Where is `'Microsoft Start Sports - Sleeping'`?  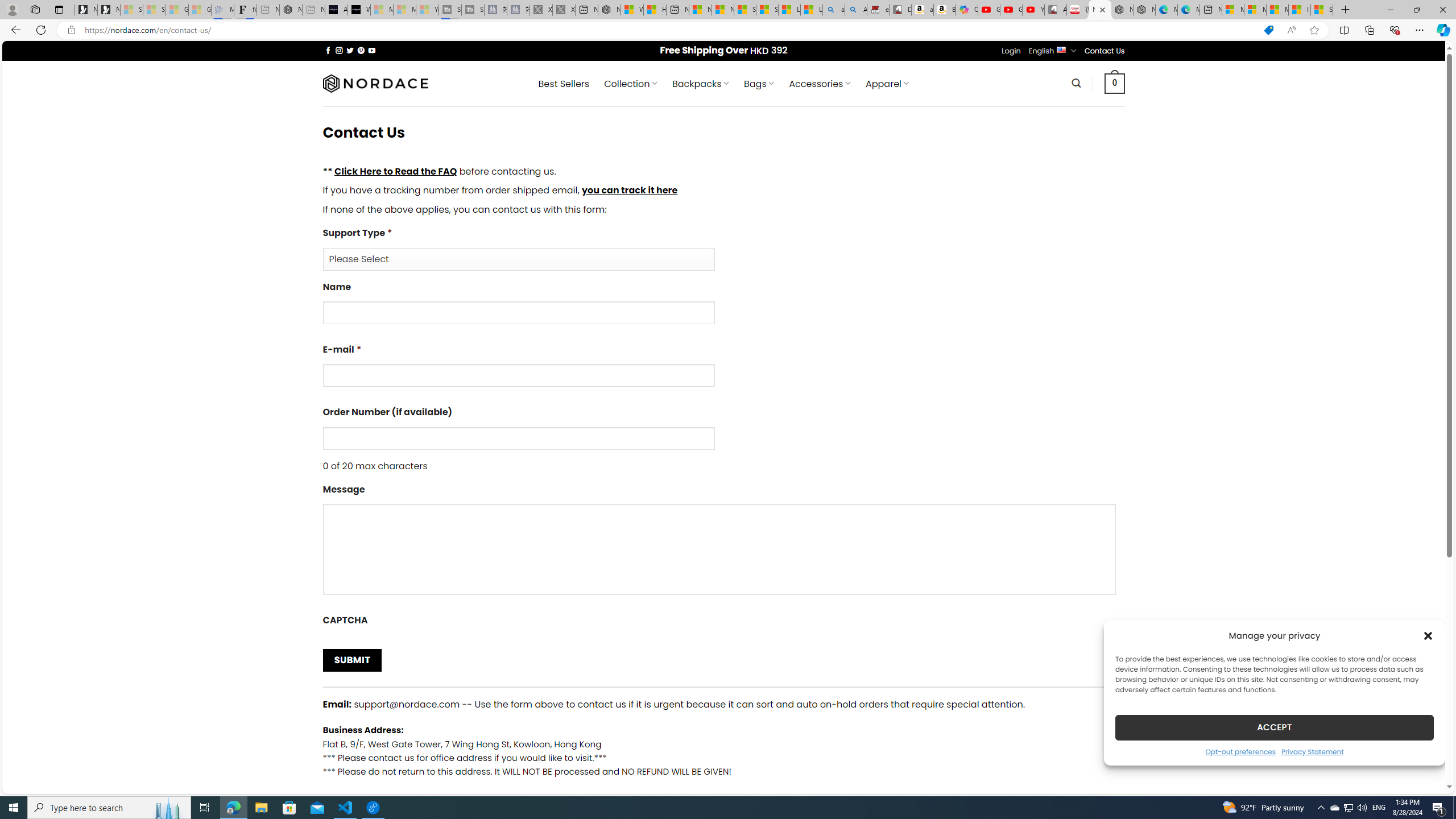
'Microsoft Start Sports - Sleeping' is located at coordinates (380, 9).